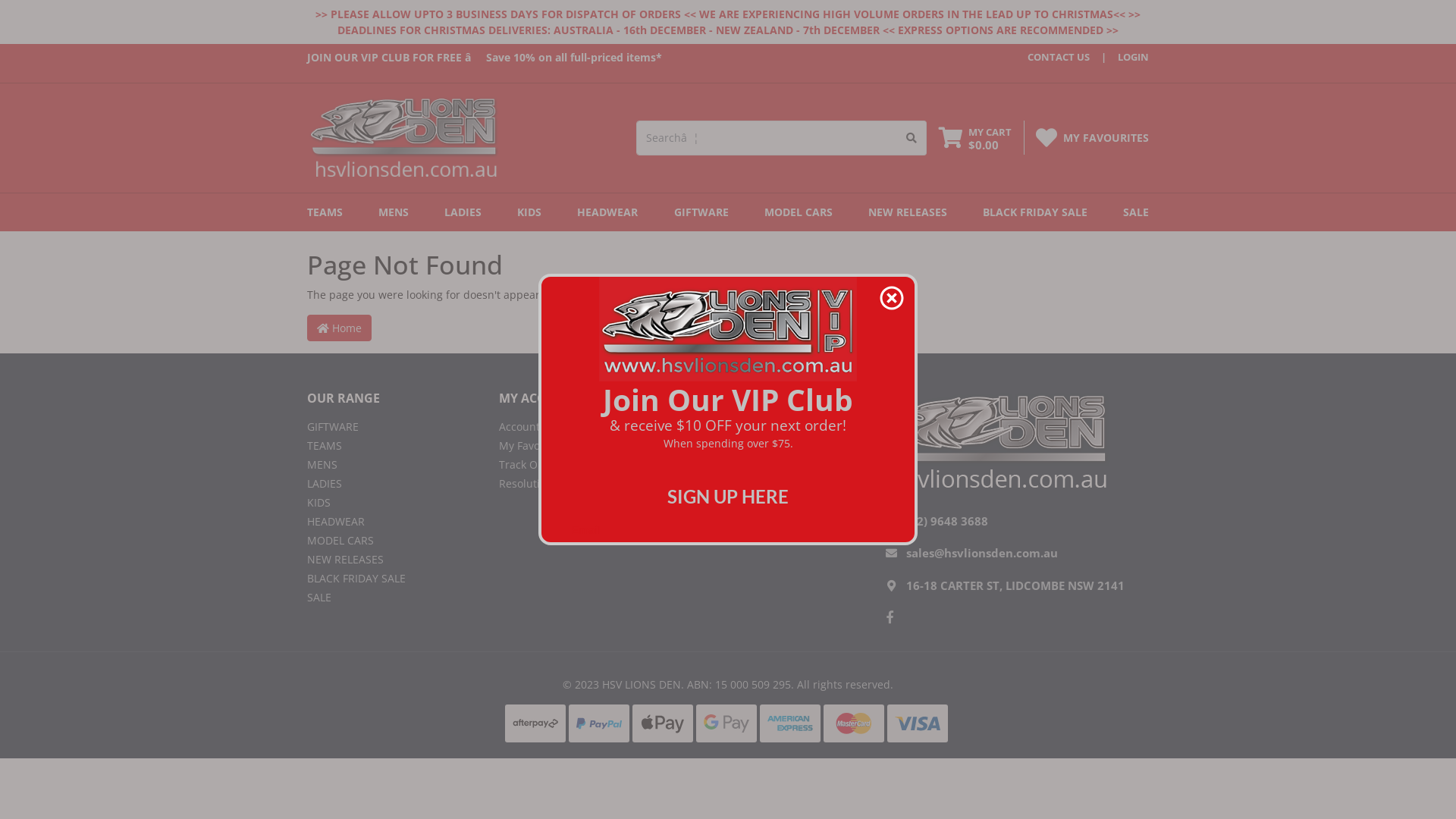 The image size is (1456, 819). Describe the element at coordinates (437, 212) in the screenshot. I see `'LADIES'` at that location.